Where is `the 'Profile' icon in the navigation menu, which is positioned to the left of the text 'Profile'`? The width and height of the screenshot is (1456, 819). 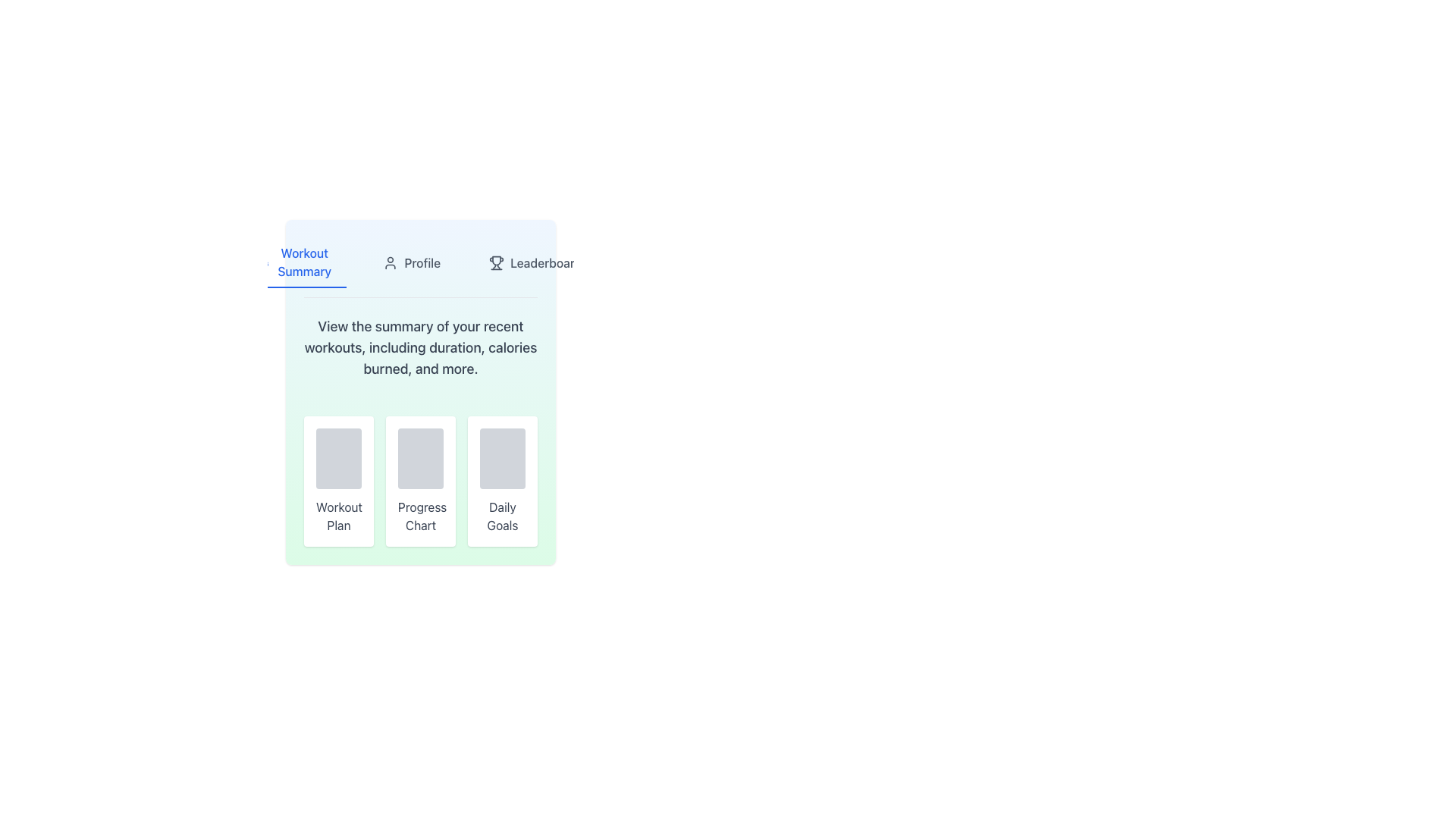
the 'Profile' icon in the navigation menu, which is positioned to the left of the text 'Profile' is located at coordinates (391, 262).